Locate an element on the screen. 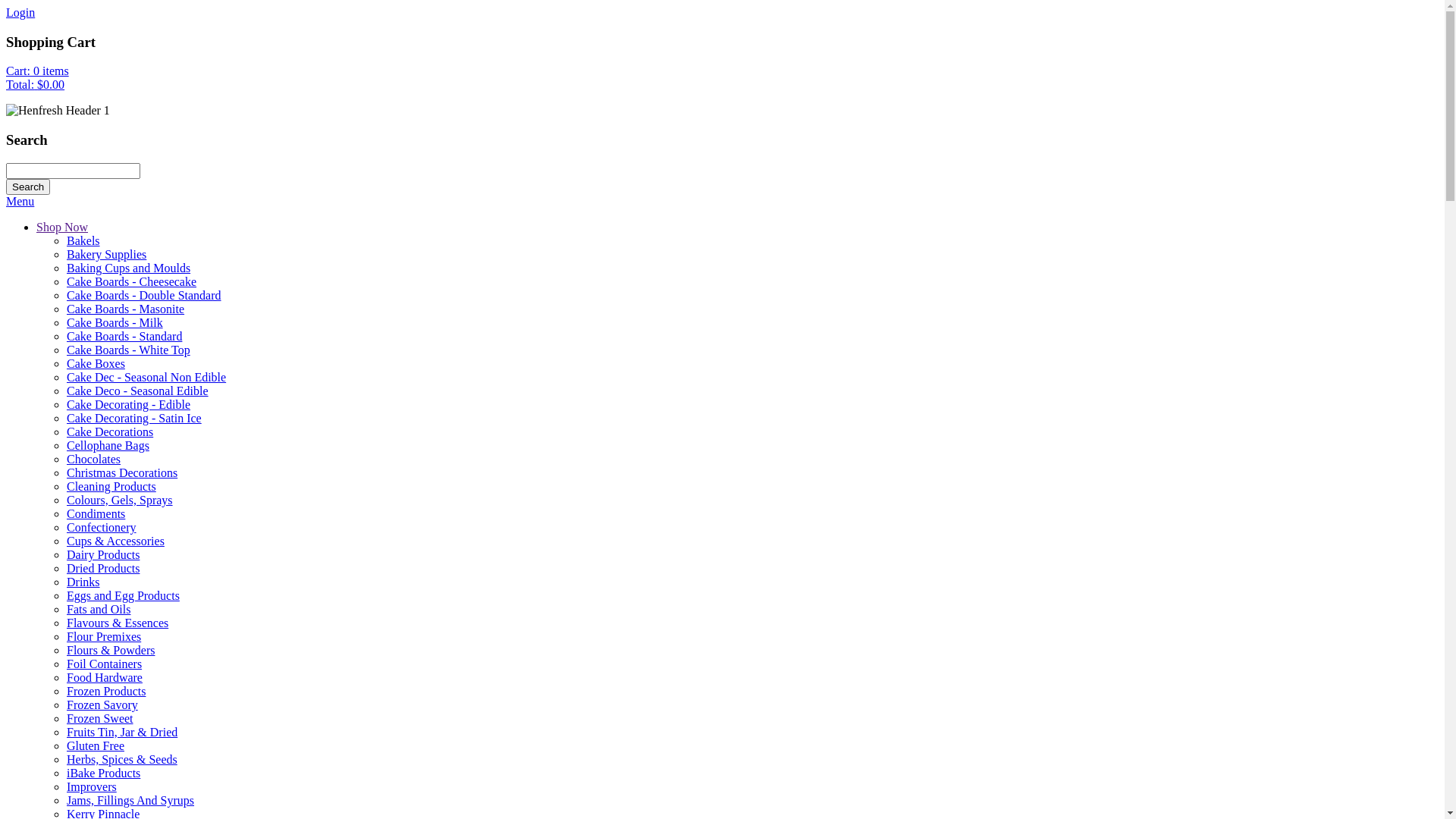  'Cake Dec - Seasonal Non Edible' is located at coordinates (146, 376).